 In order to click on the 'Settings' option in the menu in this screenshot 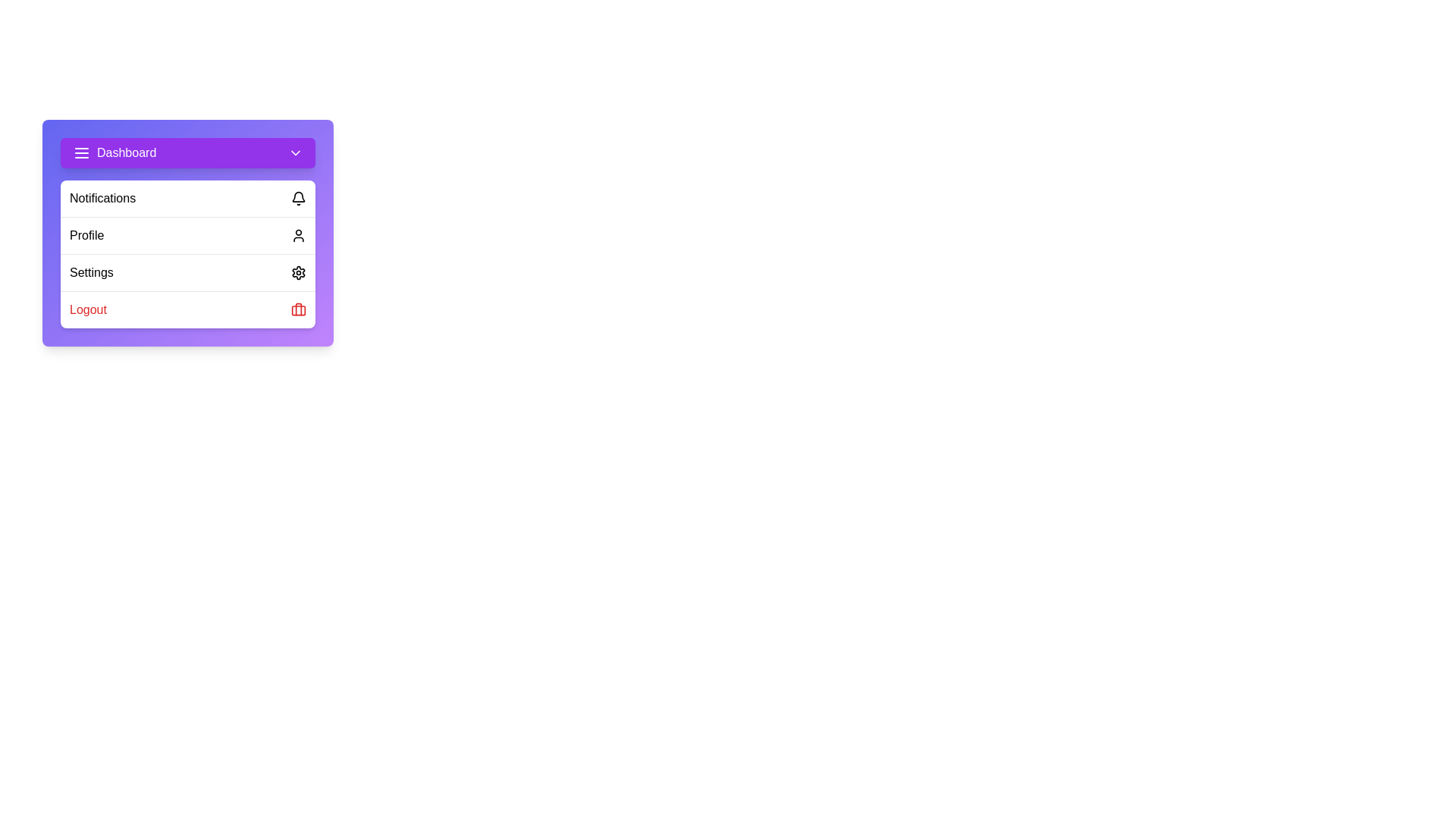, I will do `click(187, 271)`.